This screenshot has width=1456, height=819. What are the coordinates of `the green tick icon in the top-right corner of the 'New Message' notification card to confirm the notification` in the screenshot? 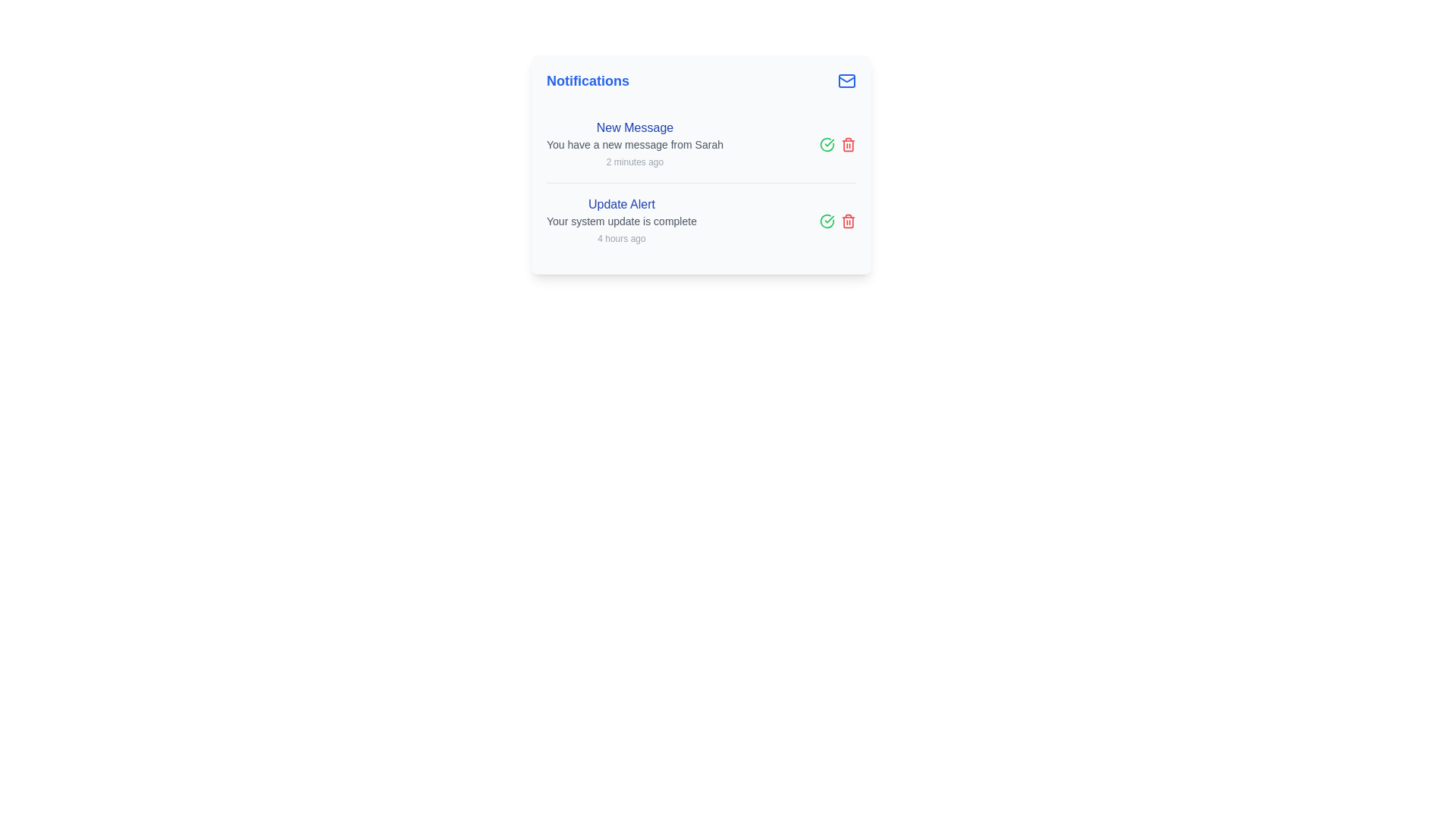 It's located at (836, 145).